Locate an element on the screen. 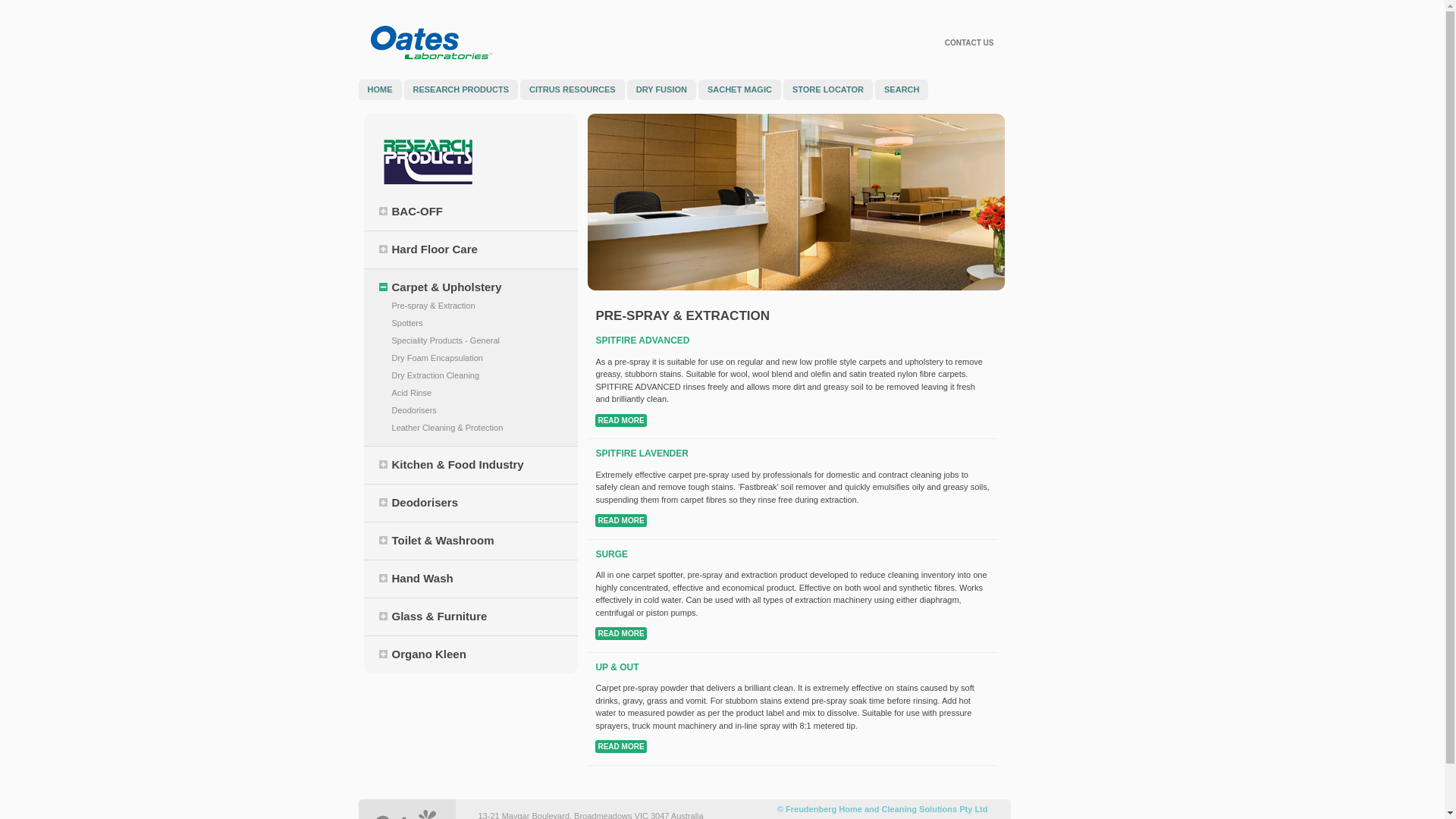 The height and width of the screenshot is (819, 1456). 'Organo Kleen' is located at coordinates (422, 653).